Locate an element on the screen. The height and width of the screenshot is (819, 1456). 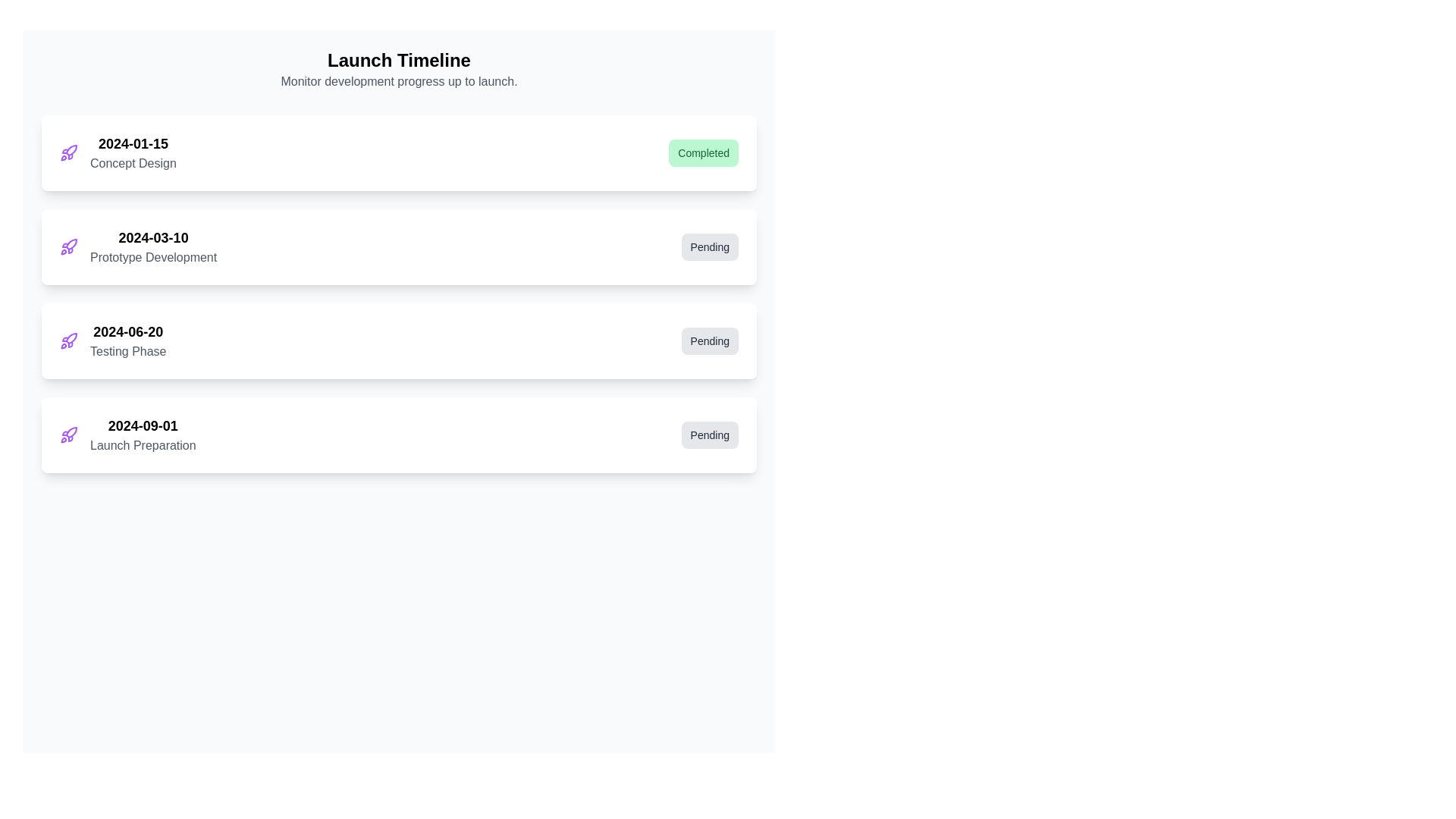
the purple rocket icon located to the left of the '2024-09-01' text and above the 'Launch Preparation' text in the fourth timeline item is located at coordinates (68, 435).